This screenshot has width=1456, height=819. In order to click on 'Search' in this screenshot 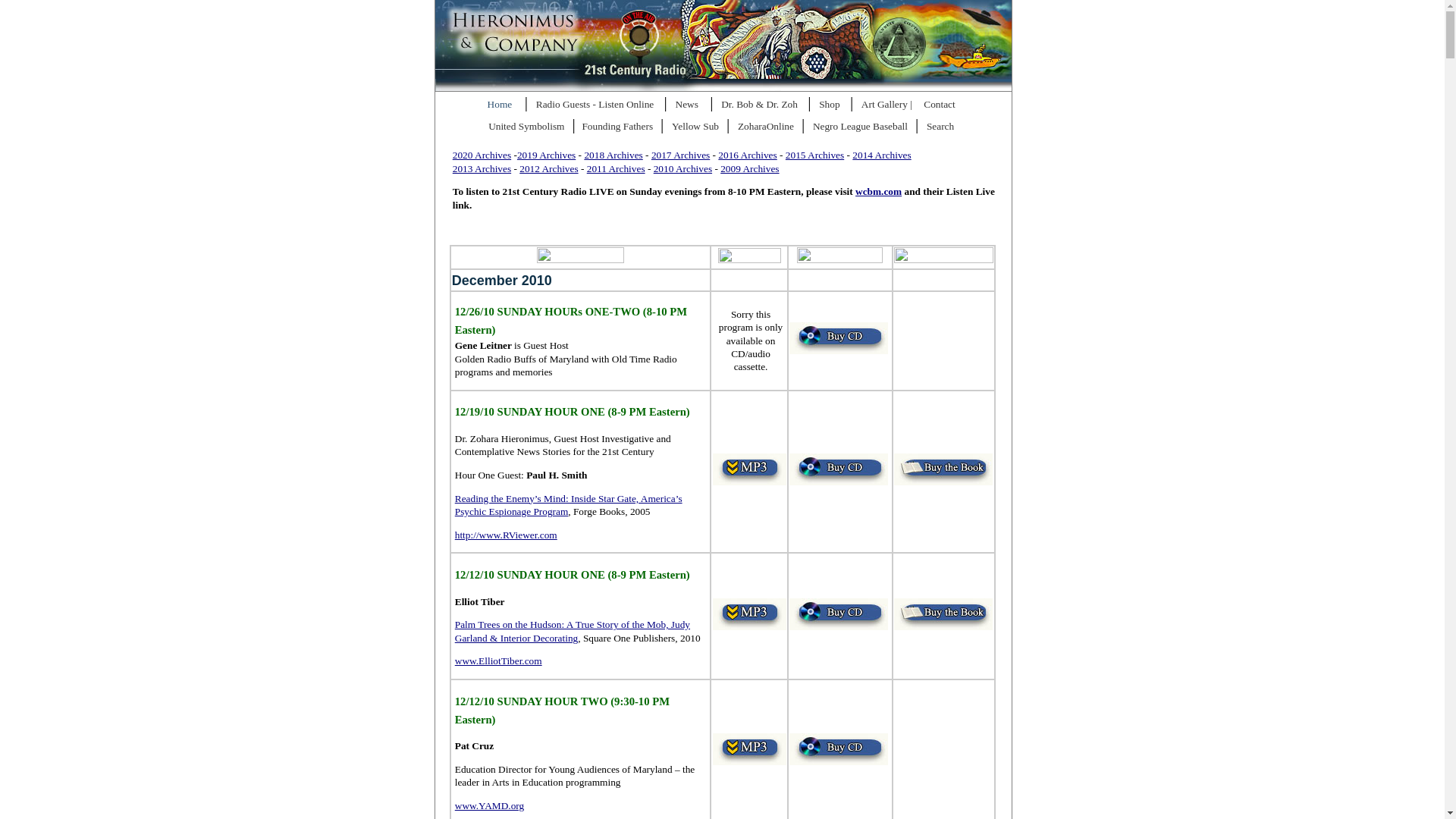, I will do `click(942, 127)`.